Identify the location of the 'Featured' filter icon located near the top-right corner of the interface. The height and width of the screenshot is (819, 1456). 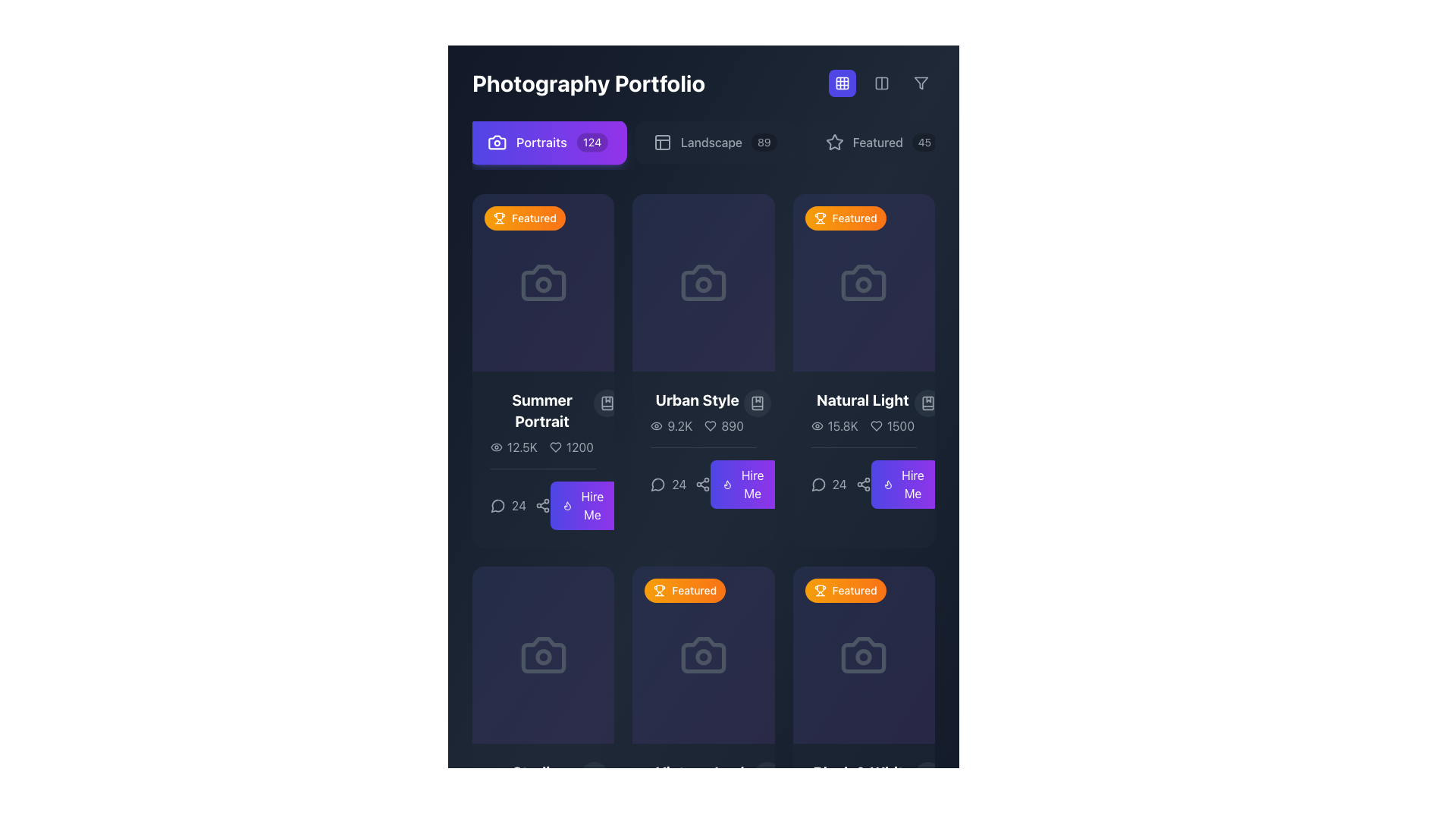
(833, 141).